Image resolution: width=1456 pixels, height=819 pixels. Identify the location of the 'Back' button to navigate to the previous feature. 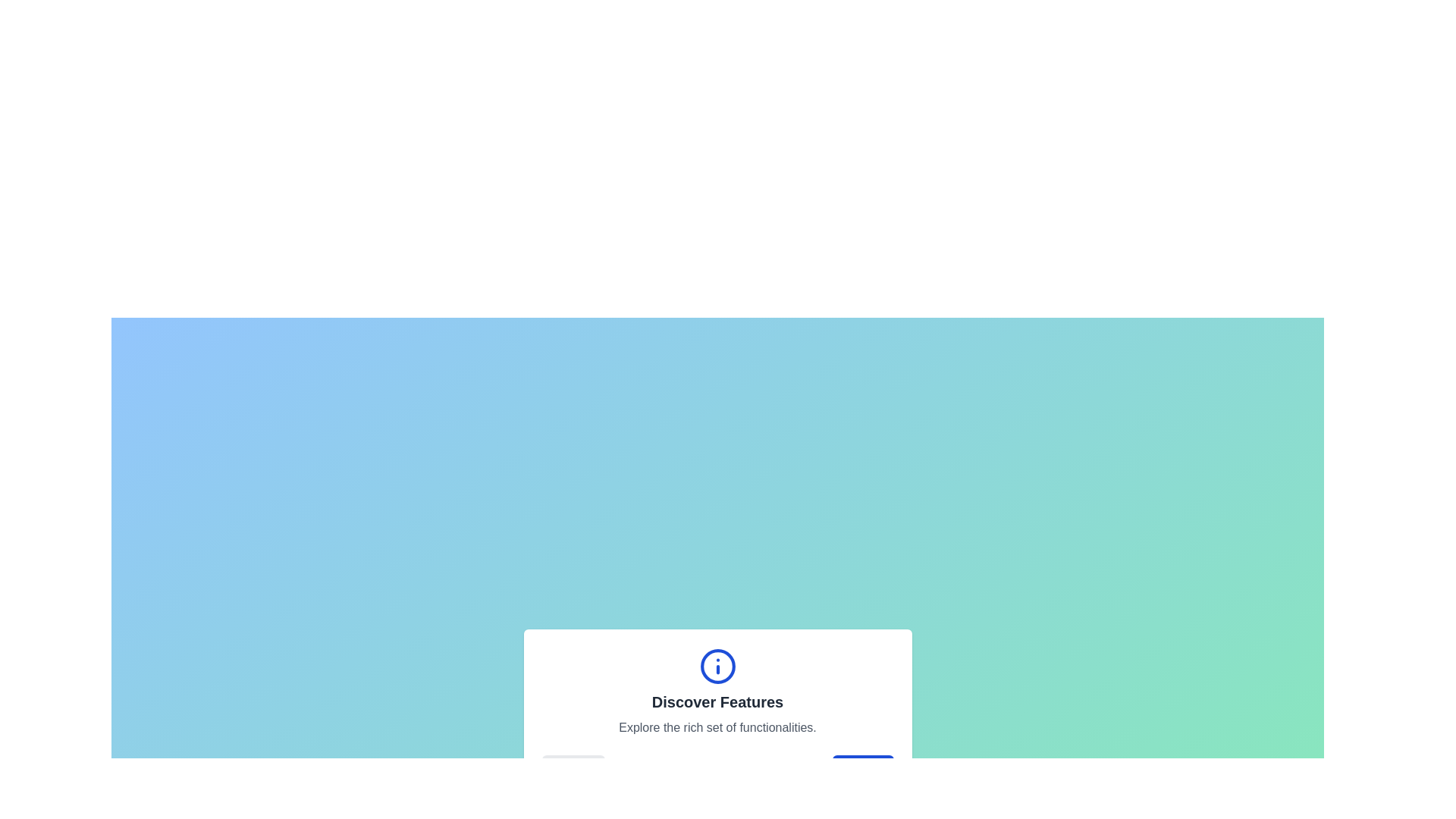
(572, 770).